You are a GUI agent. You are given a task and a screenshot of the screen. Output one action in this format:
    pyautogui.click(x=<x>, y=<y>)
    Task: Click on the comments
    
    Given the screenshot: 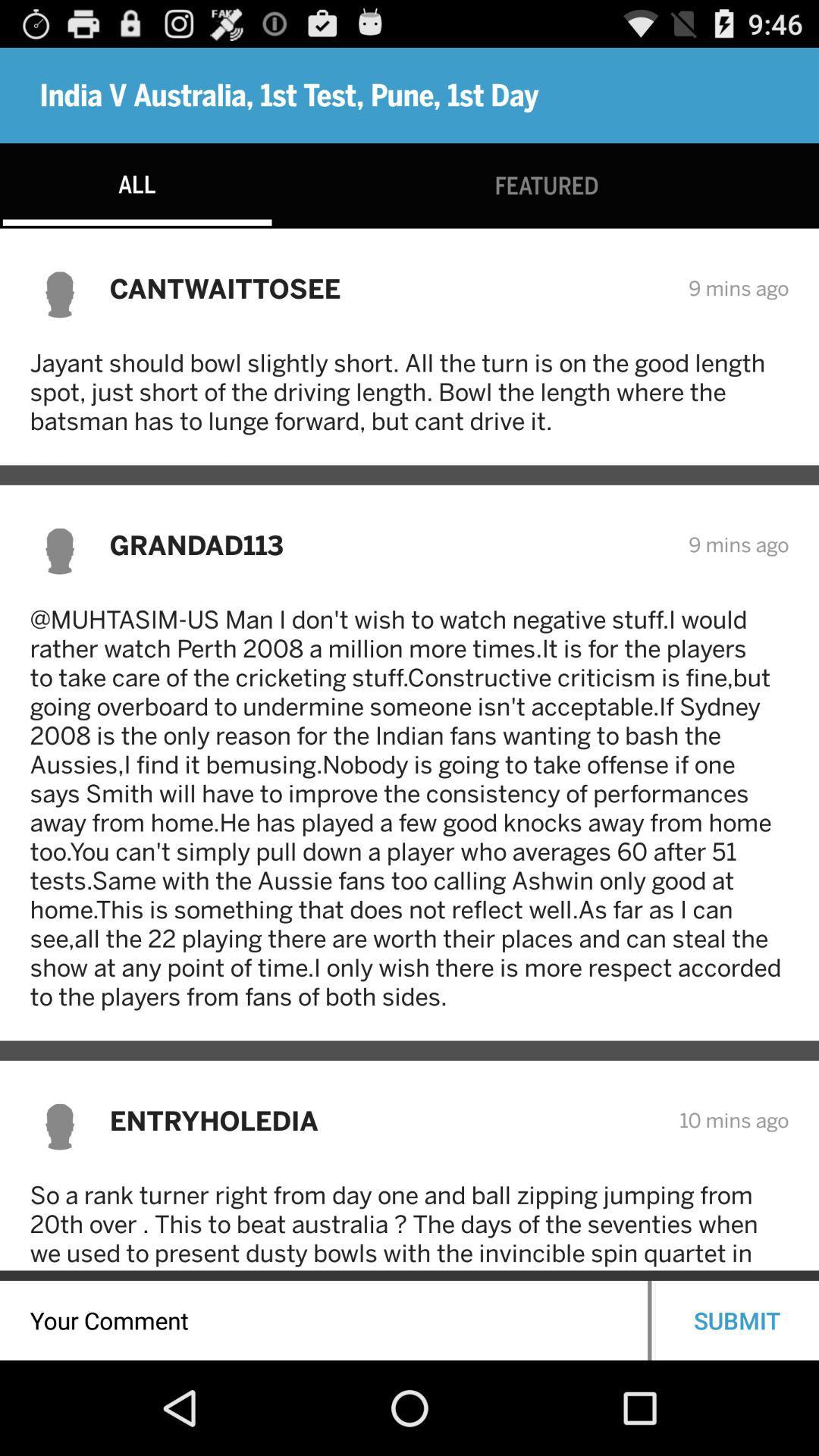 What is the action you would take?
    pyautogui.click(x=323, y=1319)
    